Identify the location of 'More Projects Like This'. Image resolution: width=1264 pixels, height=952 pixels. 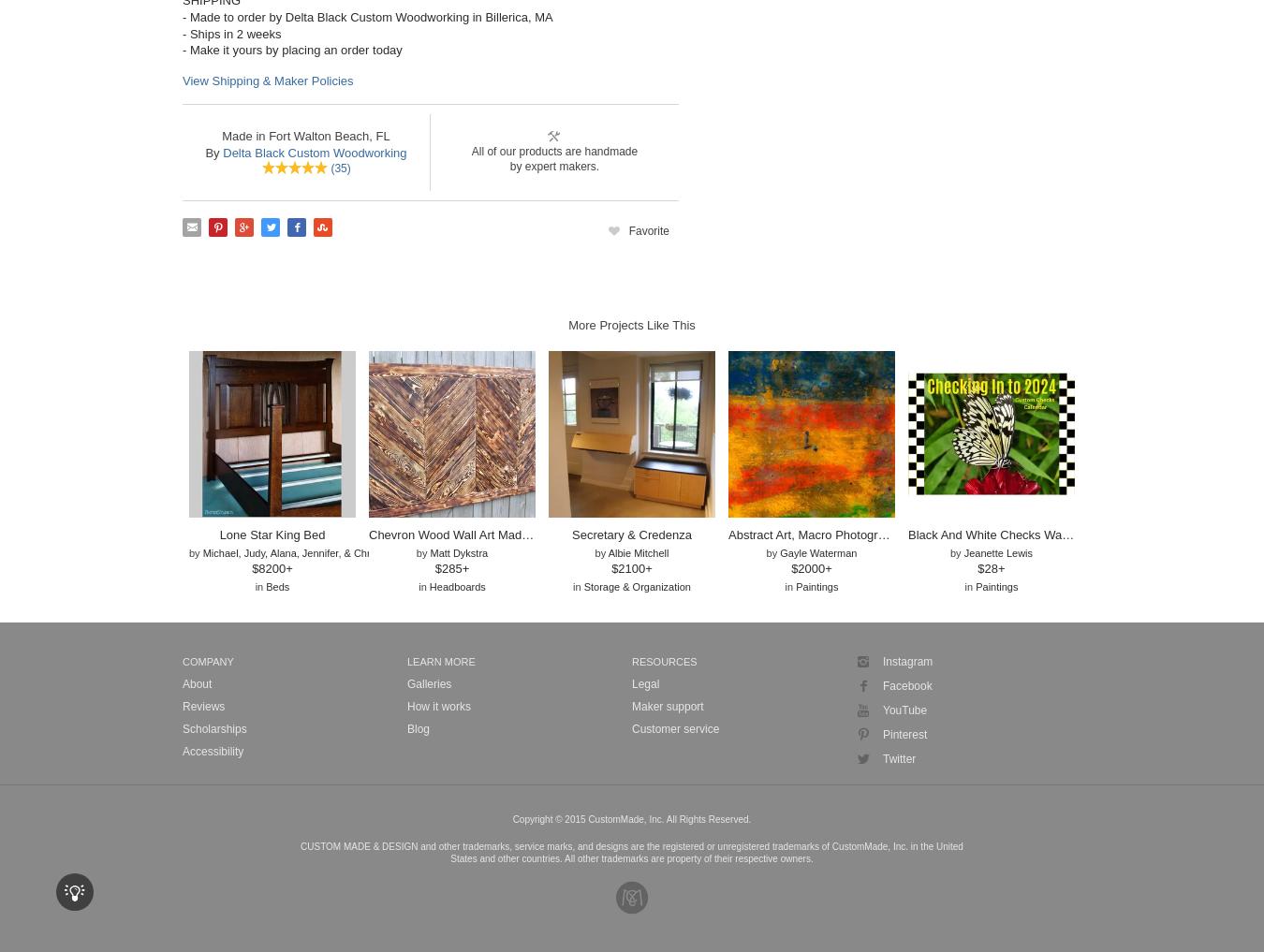
(631, 323).